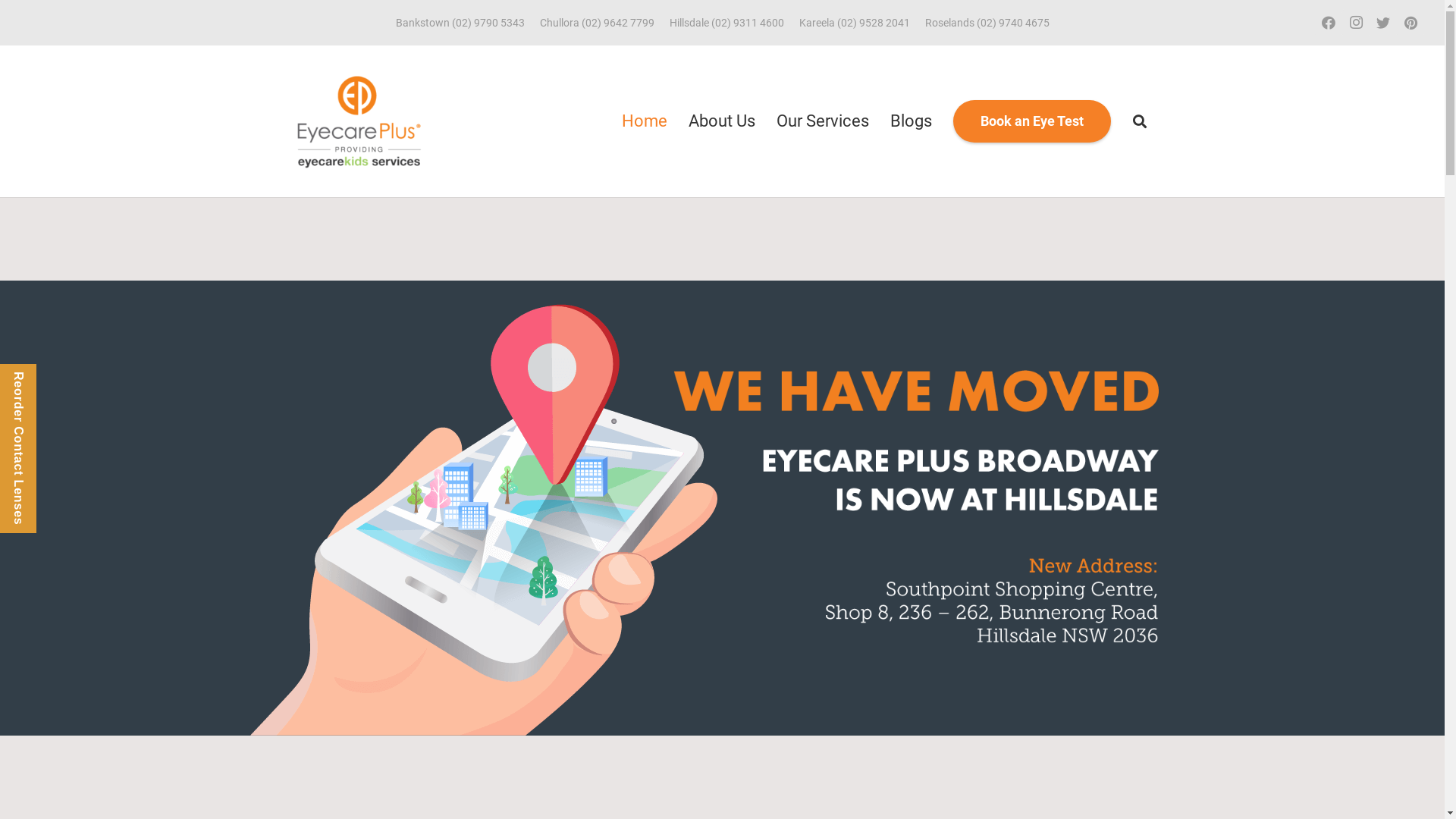  Describe the element at coordinates (1313, 23) in the screenshot. I see `'Facebook'` at that location.